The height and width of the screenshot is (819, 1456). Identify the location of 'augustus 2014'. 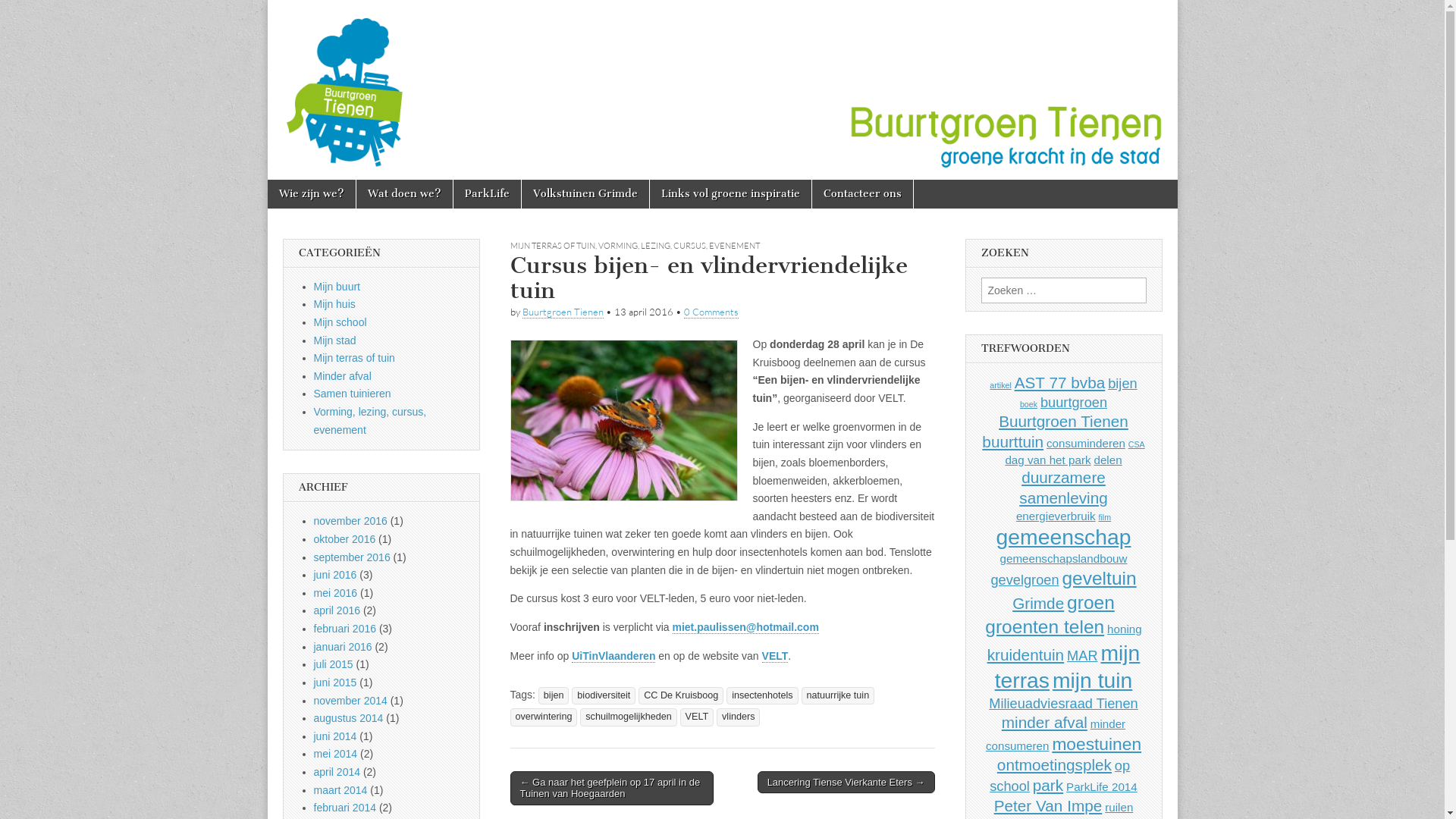
(348, 717).